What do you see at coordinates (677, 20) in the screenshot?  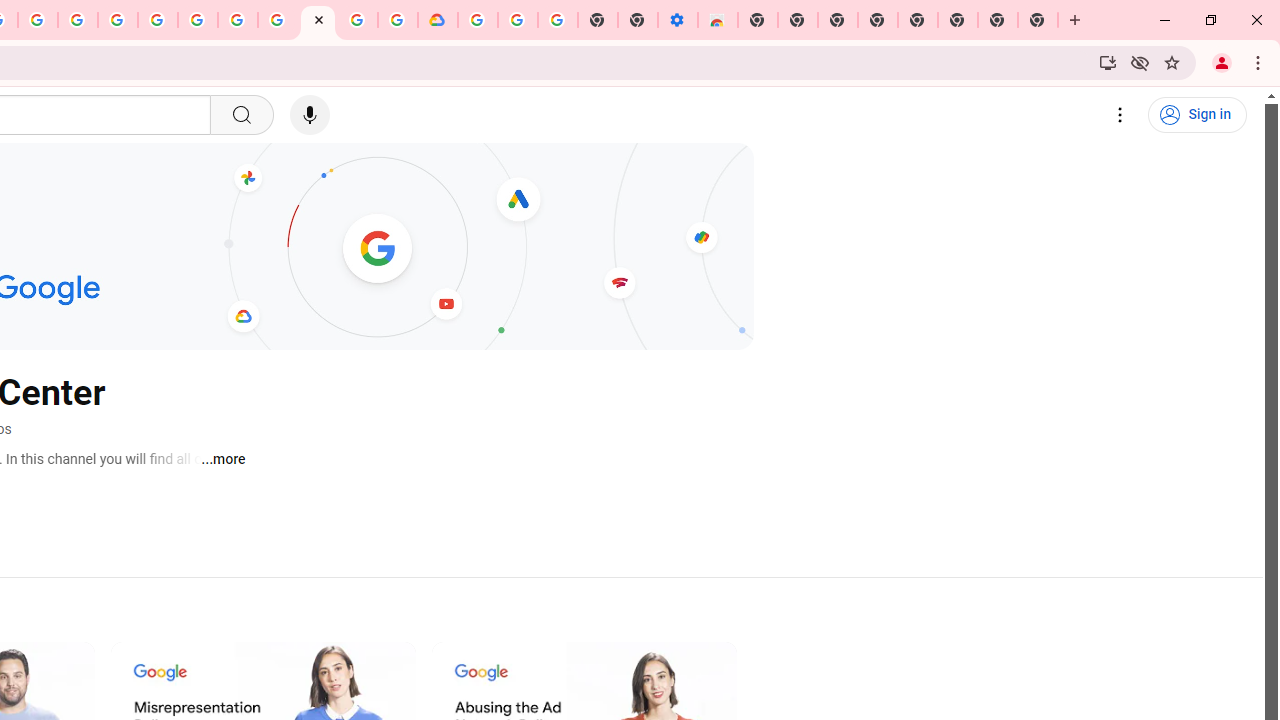 I see `'Settings - Accessibility'` at bounding box center [677, 20].